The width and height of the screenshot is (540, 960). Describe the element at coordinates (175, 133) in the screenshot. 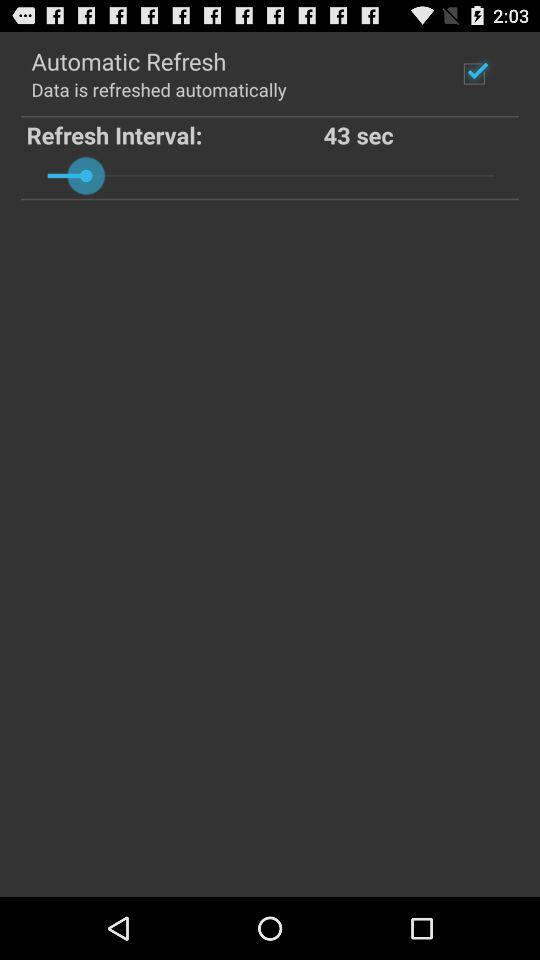

I see `refresh interval: item` at that location.